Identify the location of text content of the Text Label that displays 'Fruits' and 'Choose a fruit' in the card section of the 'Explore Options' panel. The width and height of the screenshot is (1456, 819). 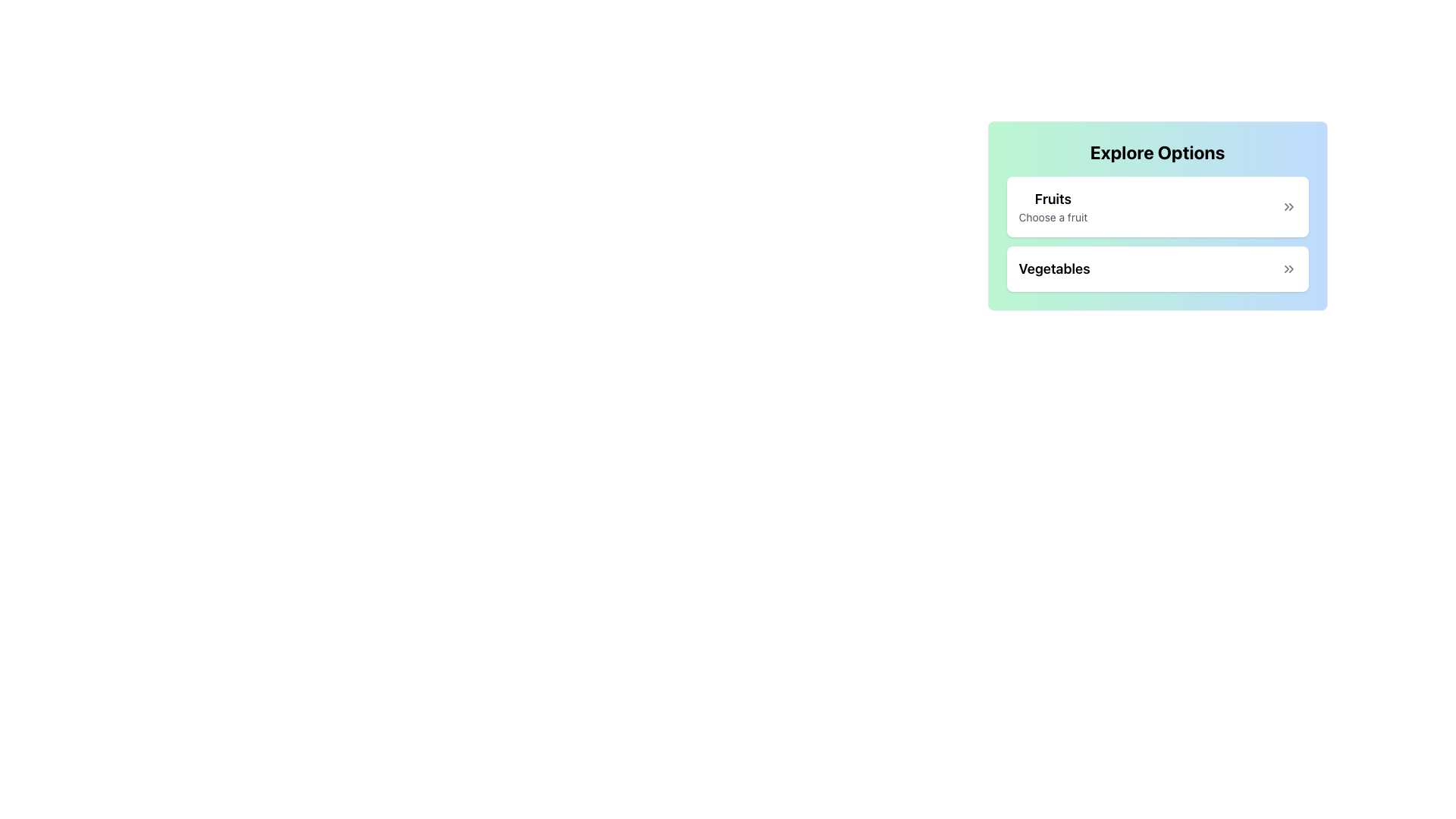
(1052, 207).